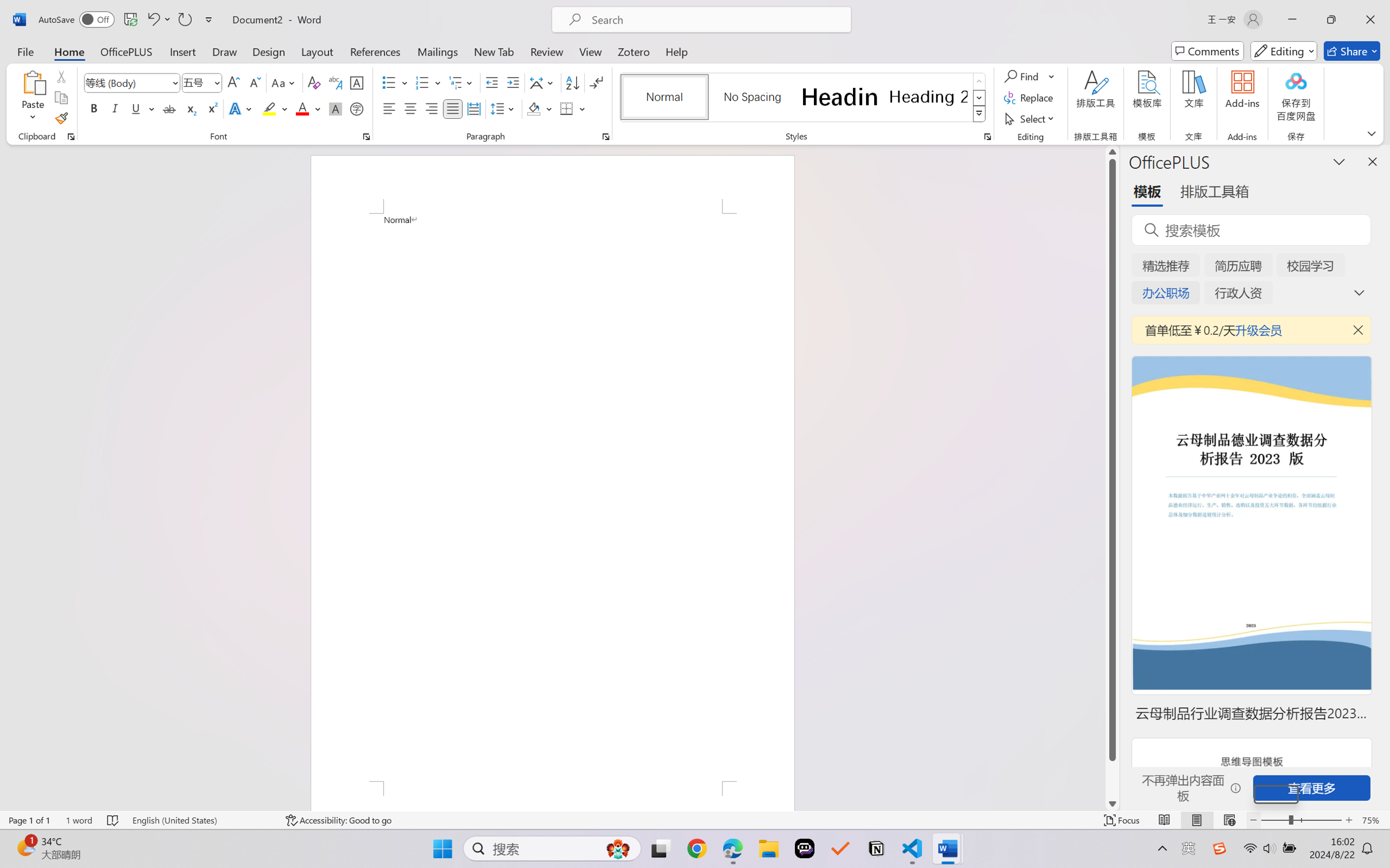 The height and width of the screenshot is (868, 1390). Describe the element at coordinates (928, 96) in the screenshot. I see `'Heading 2'` at that location.